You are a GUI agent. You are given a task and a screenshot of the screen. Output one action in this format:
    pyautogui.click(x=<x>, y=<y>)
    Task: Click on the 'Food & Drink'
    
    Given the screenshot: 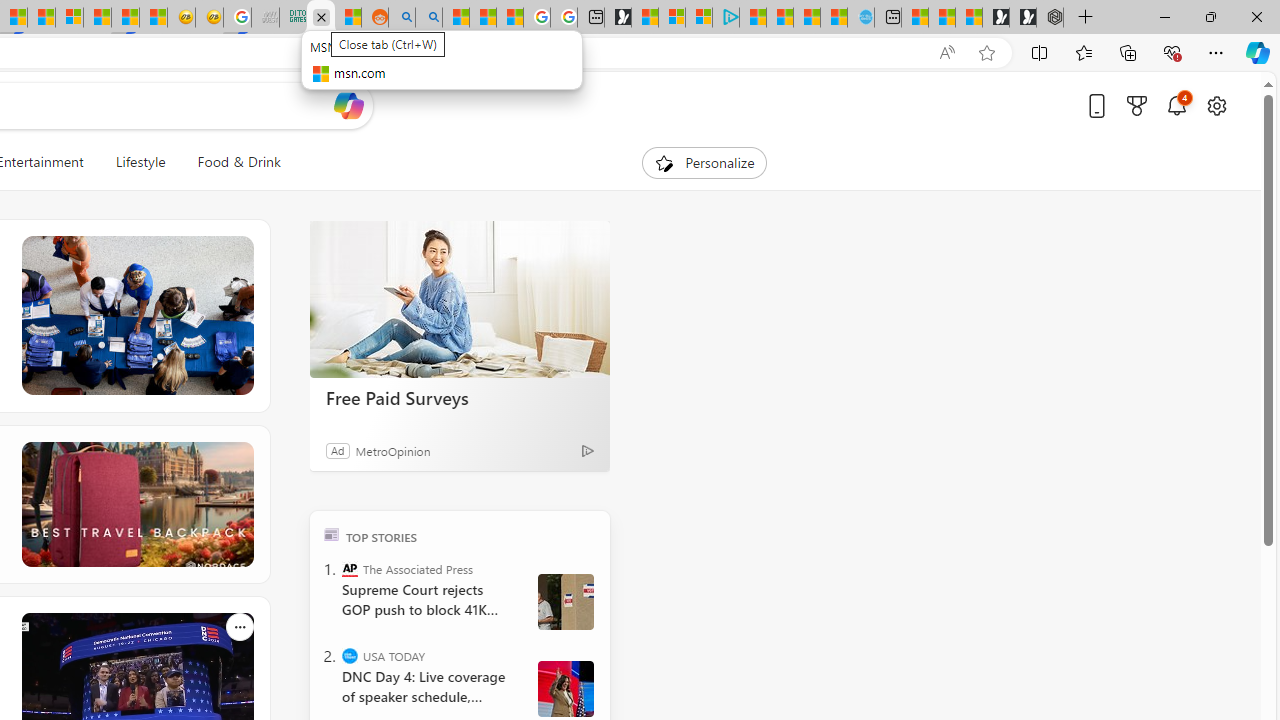 What is the action you would take?
    pyautogui.click(x=239, y=162)
    